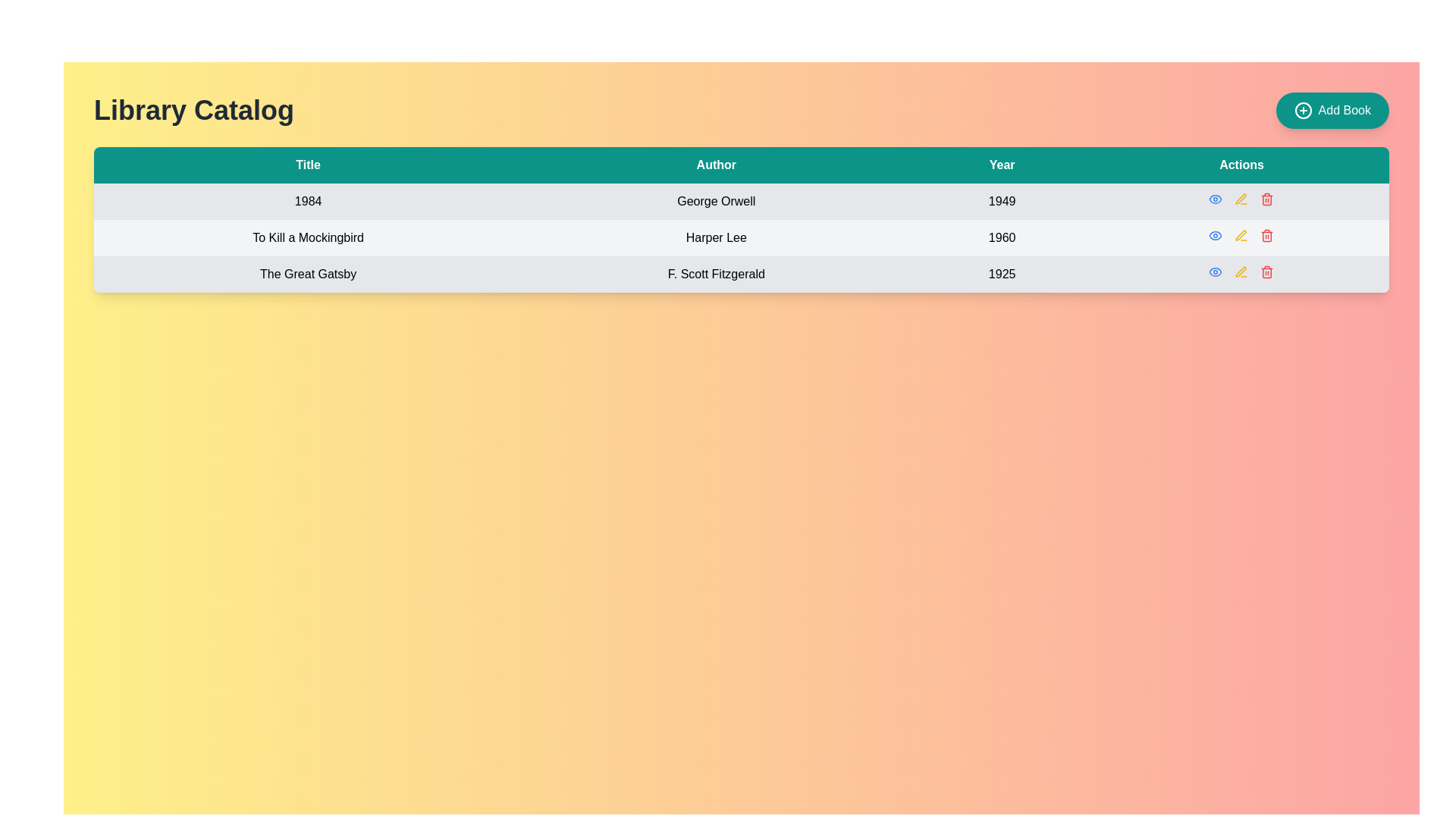 Image resolution: width=1456 pixels, height=819 pixels. Describe the element at coordinates (1241, 198) in the screenshot. I see `the yellow edit icon button for the book '1984' by George Orwell to trigger the hover effect` at that location.